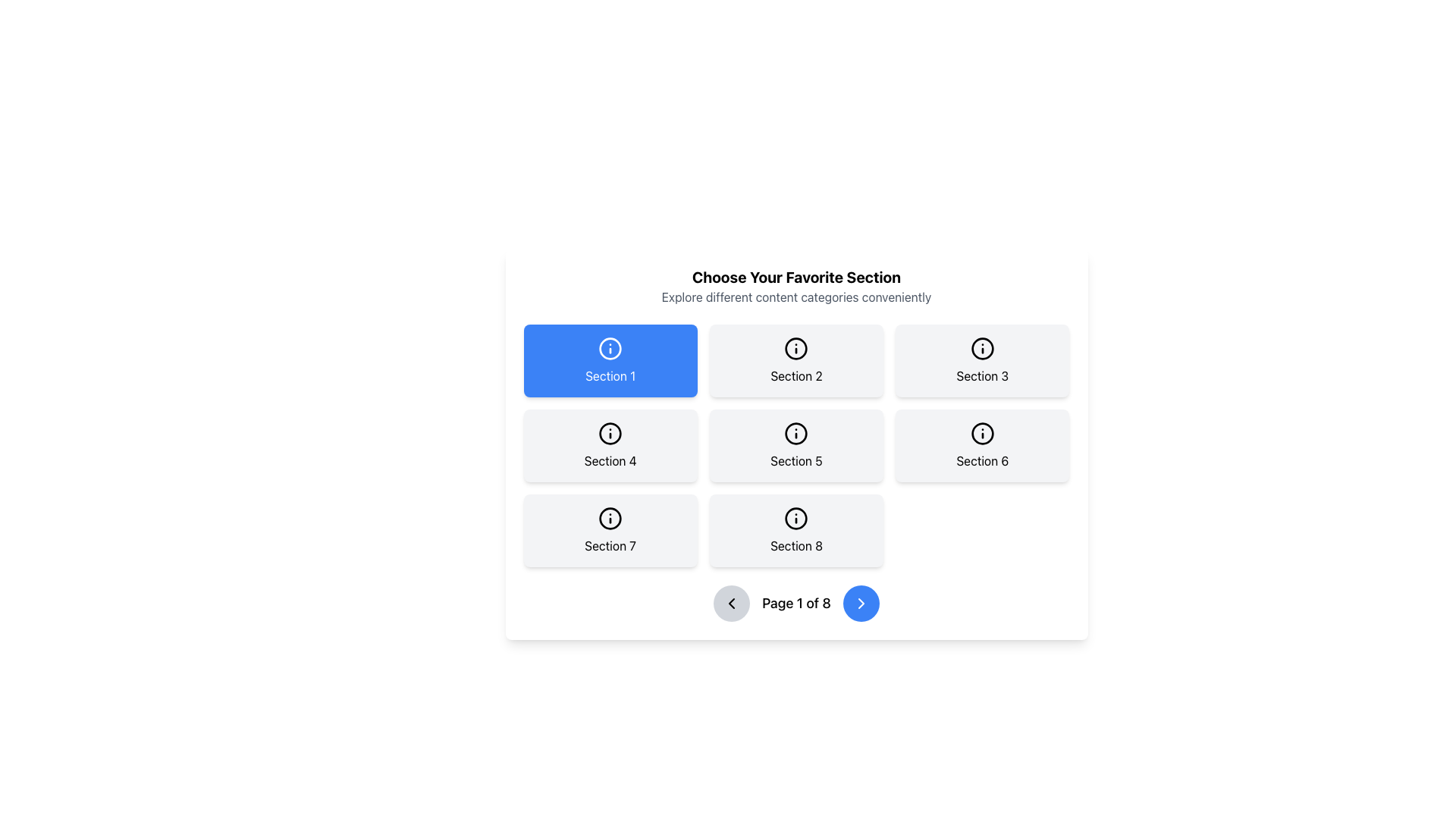 This screenshot has width=1456, height=819. What do you see at coordinates (795, 433) in the screenshot?
I see `the circular informational icon containing the letter 'i', positioned above the text label 'Section 5' in the second row, third column of the grid layout` at bounding box center [795, 433].